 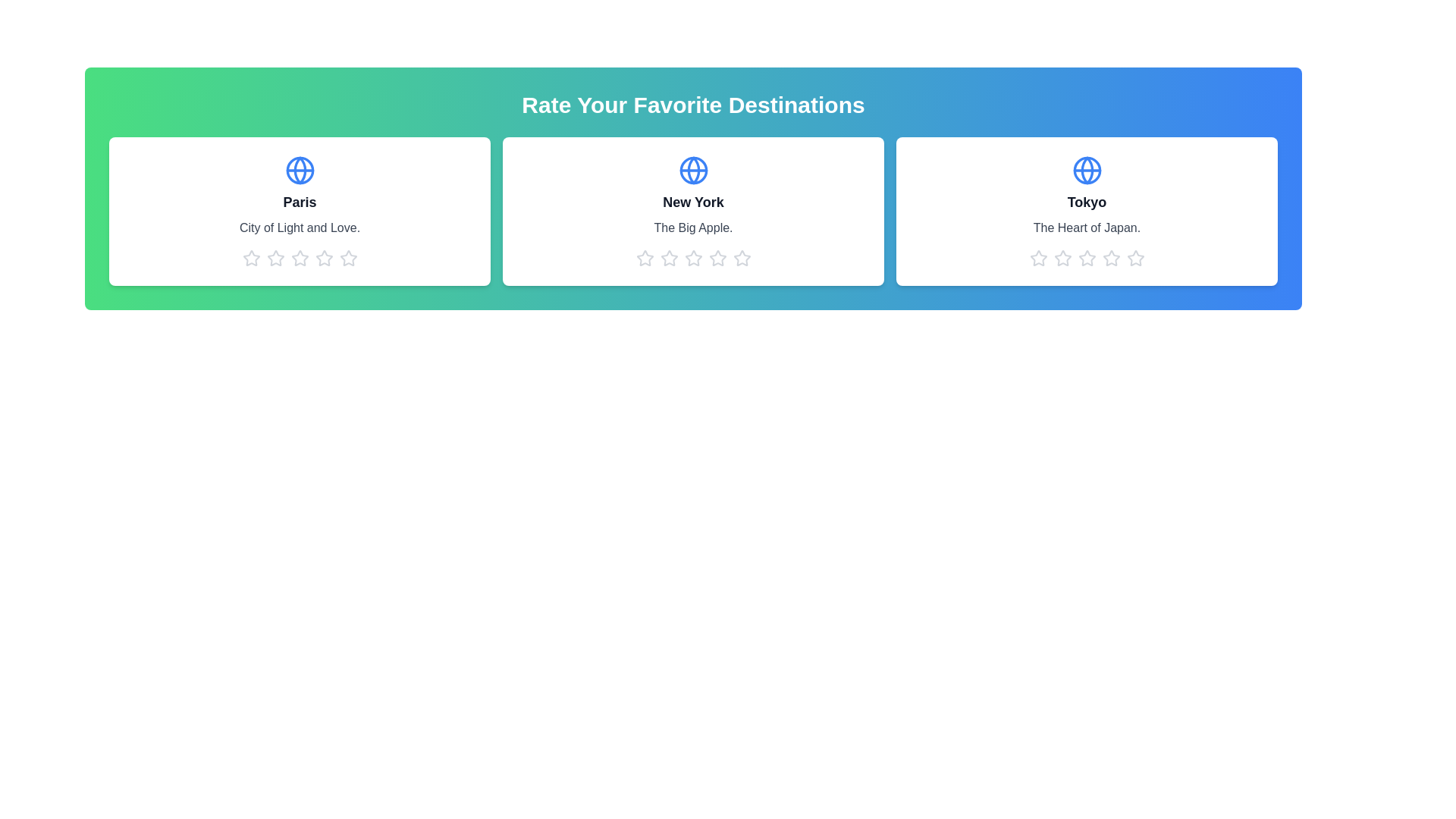 What do you see at coordinates (717, 257) in the screenshot?
I see `the 4 star icon for the destination New York` at bounding box center [717, 257].